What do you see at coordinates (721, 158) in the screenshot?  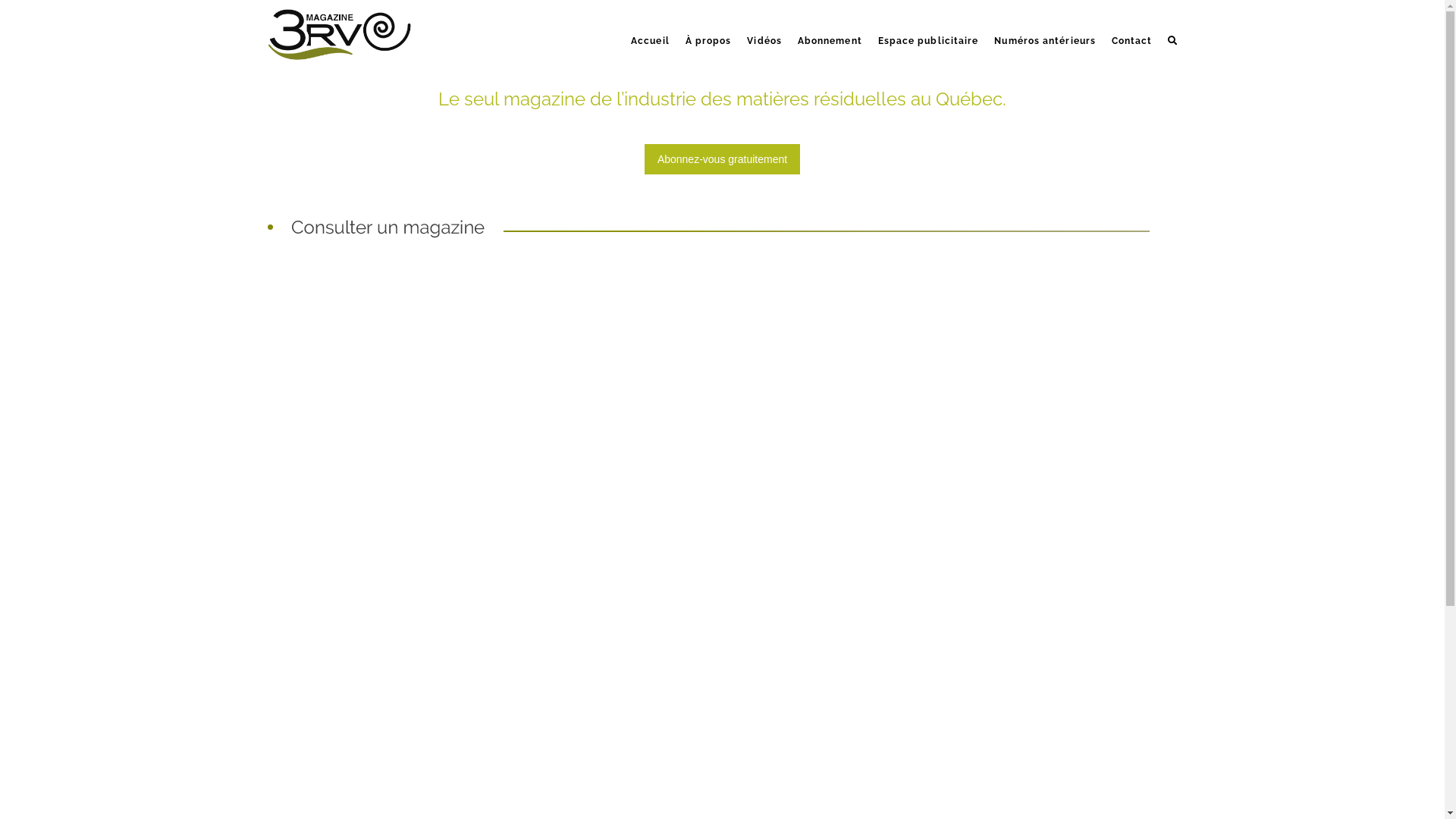 I see `'Abonnez-vous gratuitement'` at bounding box center [721, 158].